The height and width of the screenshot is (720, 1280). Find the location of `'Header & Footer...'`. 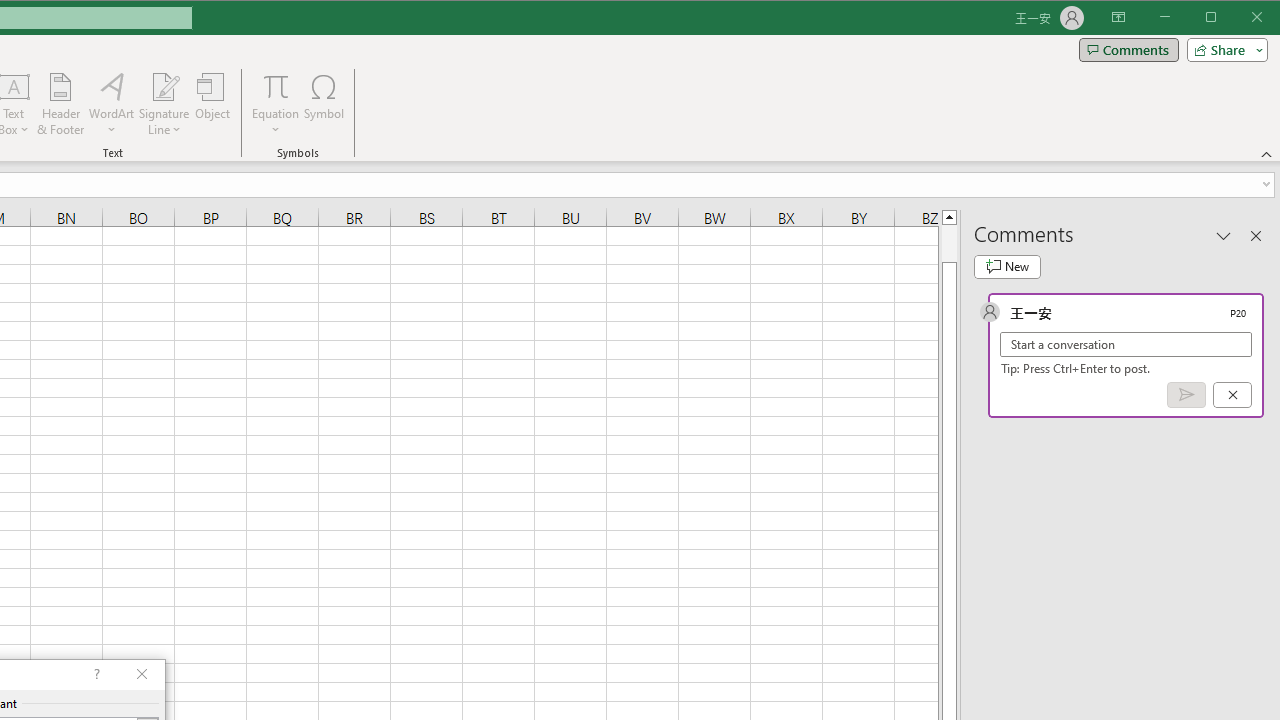

'Header & Footer...' is located at coordinates (60, 104).